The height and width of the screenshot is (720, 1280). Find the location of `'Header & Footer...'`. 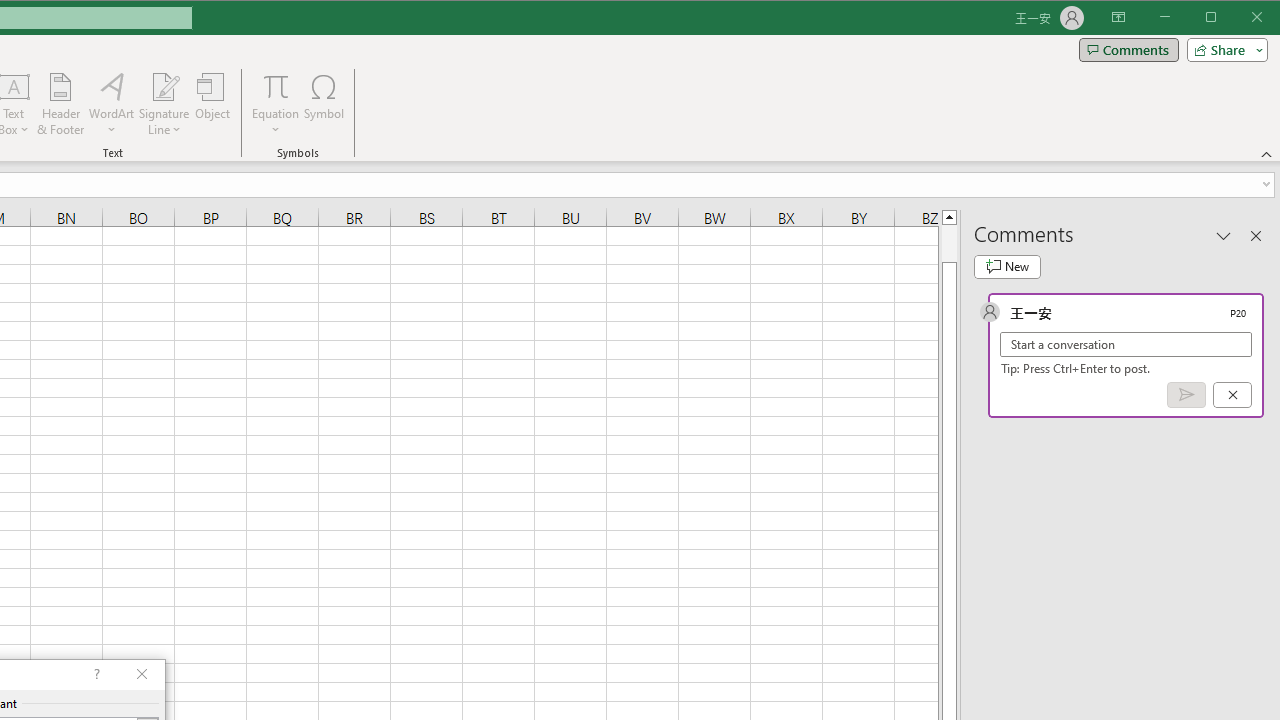

'Header & Footer...' is located at coordinates (60, 104).